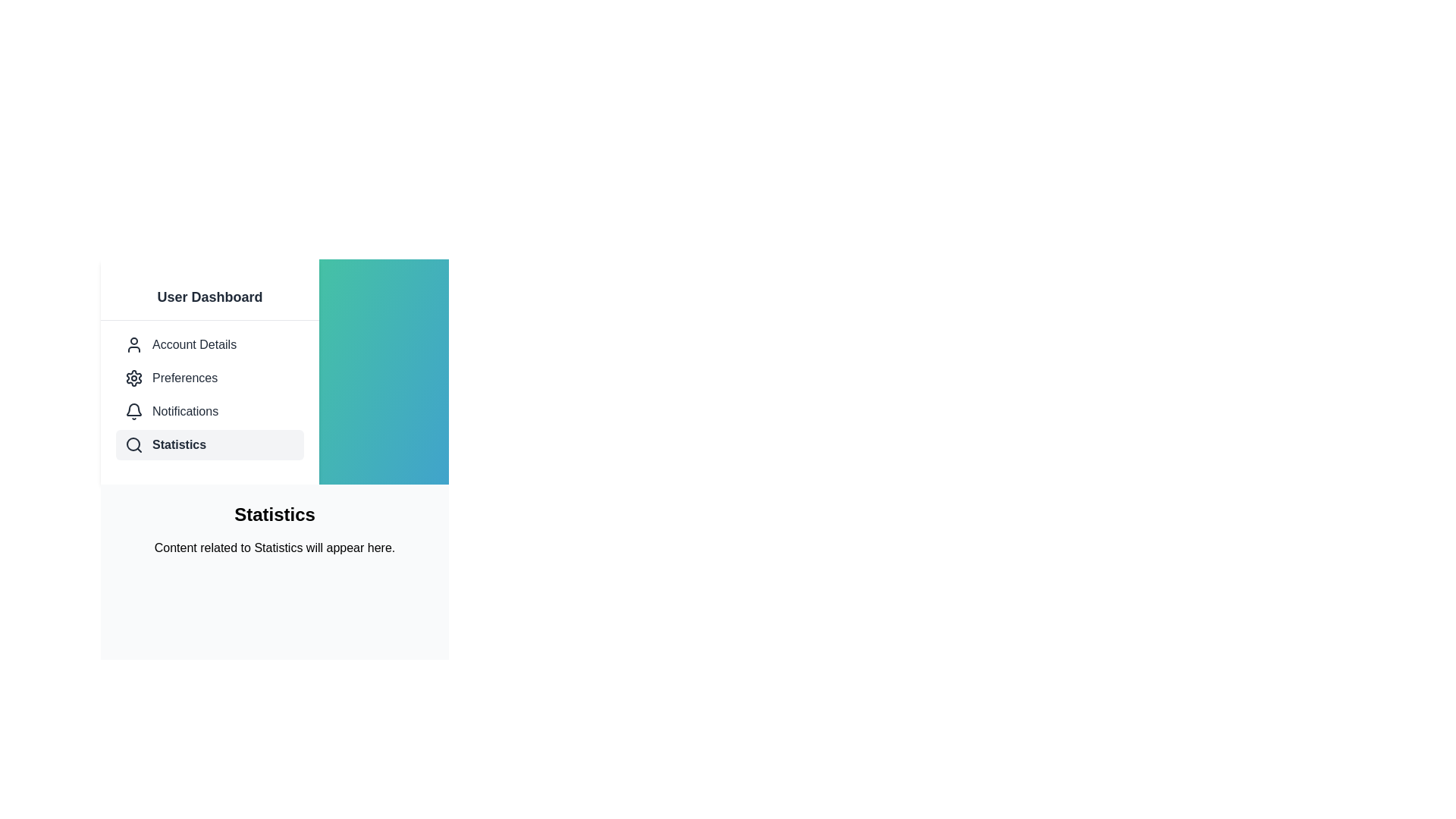 This screenshot has width=1456, height=819. What do you see at coordinates (134, 409) in the screenshot?
I see `the bell icon in the left sidebar navigation menu` at bounding box center [134, 409].